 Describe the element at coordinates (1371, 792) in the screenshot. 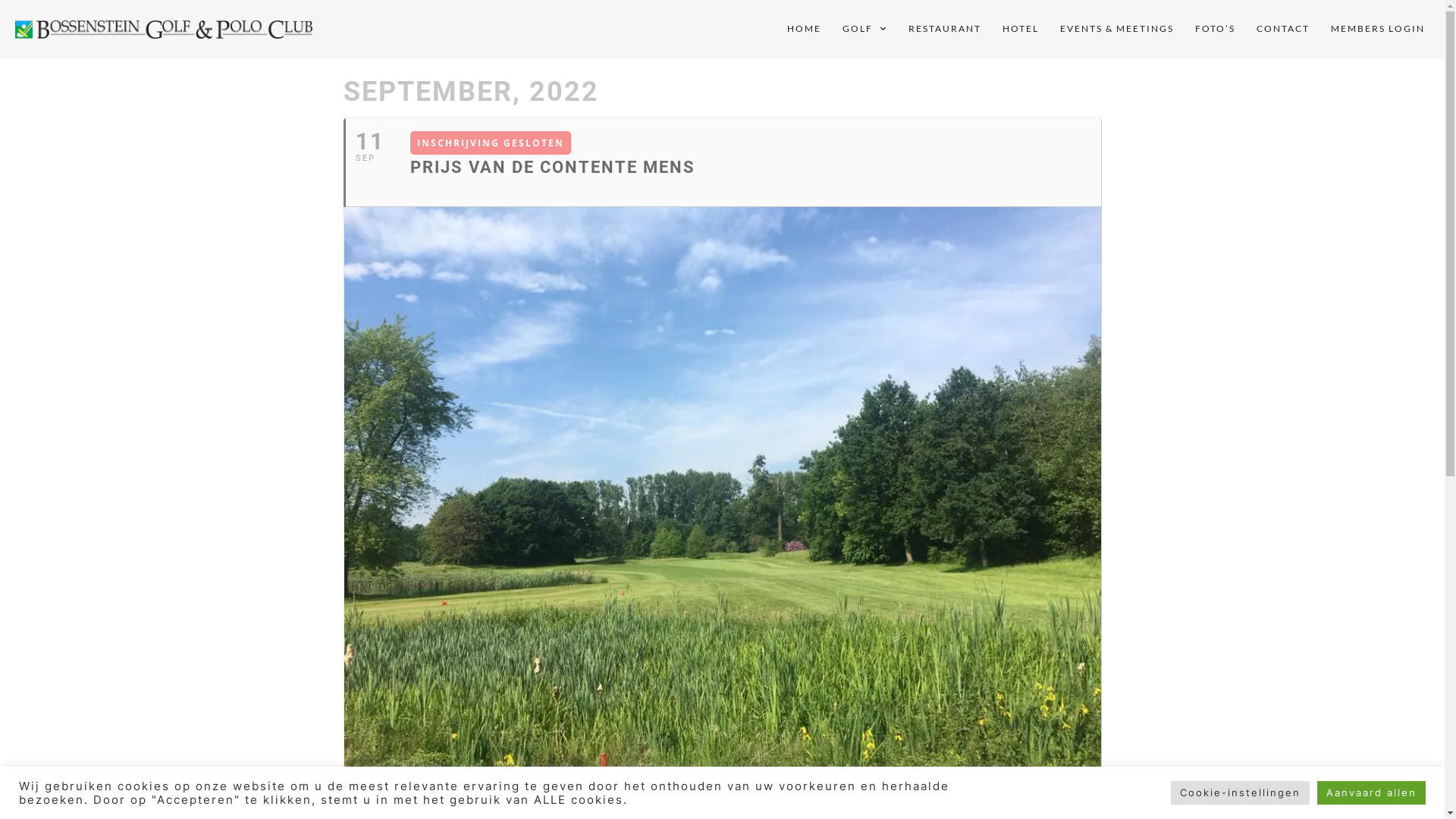

I see `'Aanvaard allen'` at that location.